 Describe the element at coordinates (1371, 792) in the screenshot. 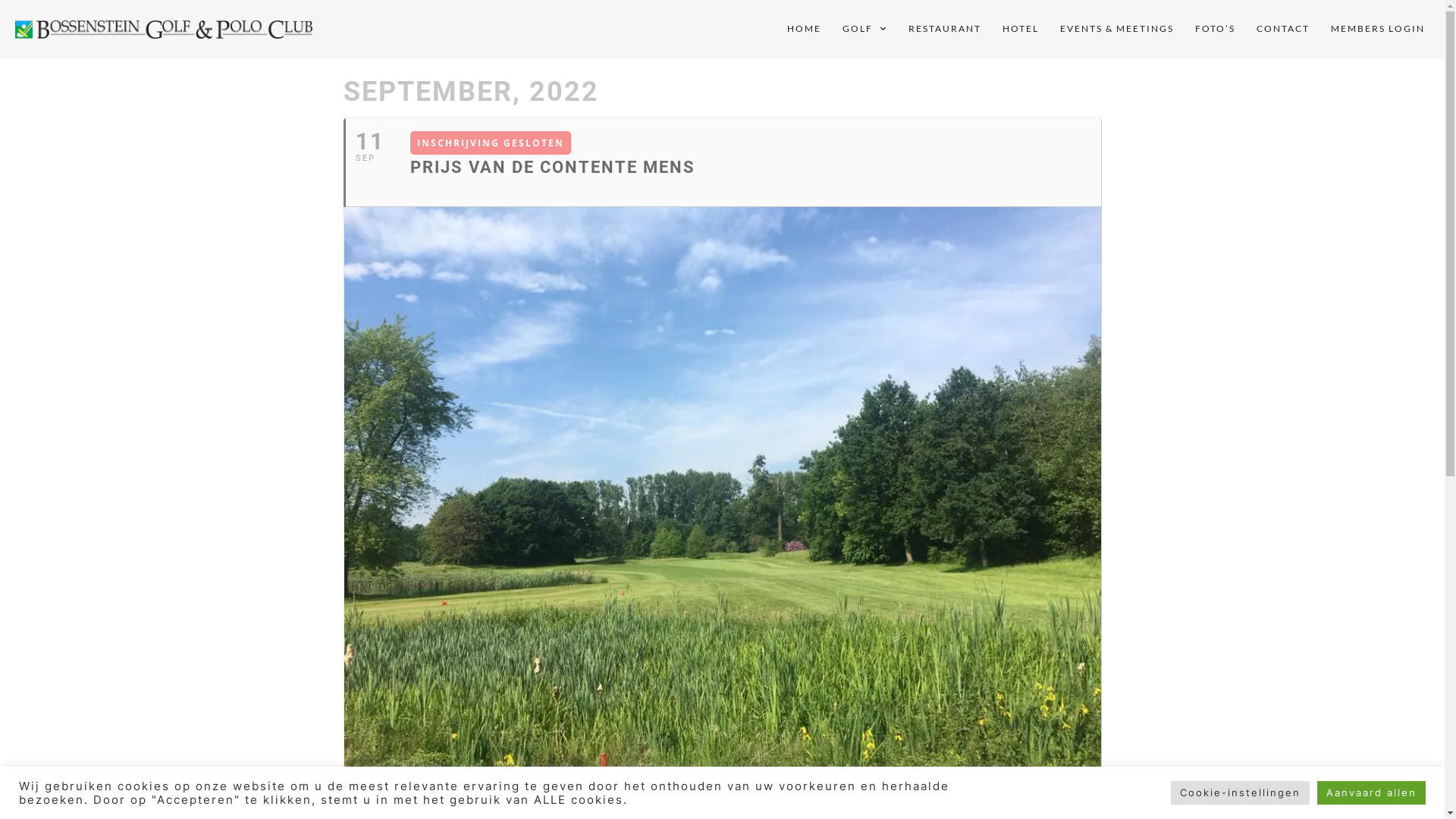

I see `'Aanvaard allen'` at that location.